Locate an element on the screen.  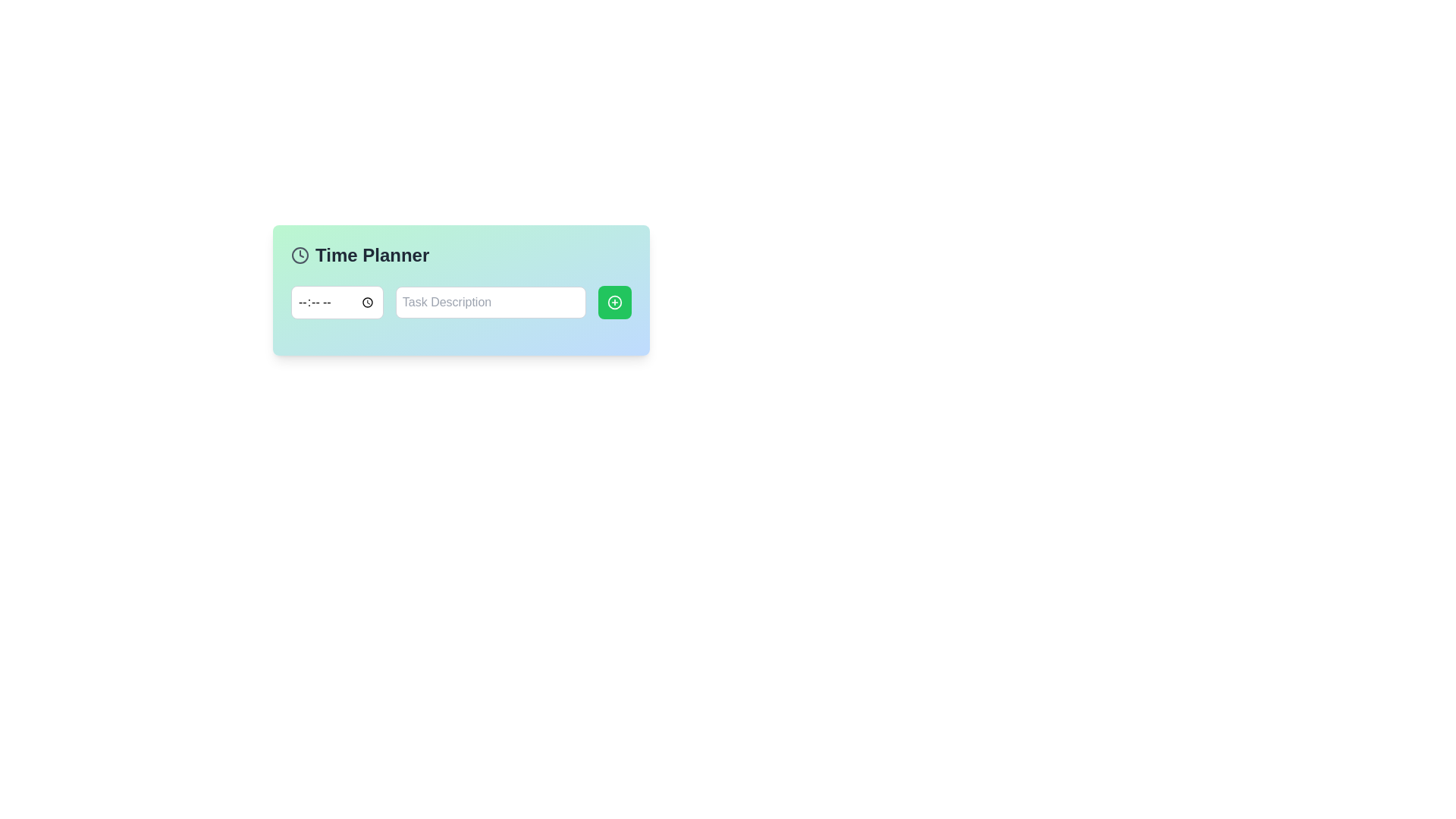
the green 'Add' button with a white circular plus icon located at the rightmost side of the component arrangement is located at coordinates (615, 302).